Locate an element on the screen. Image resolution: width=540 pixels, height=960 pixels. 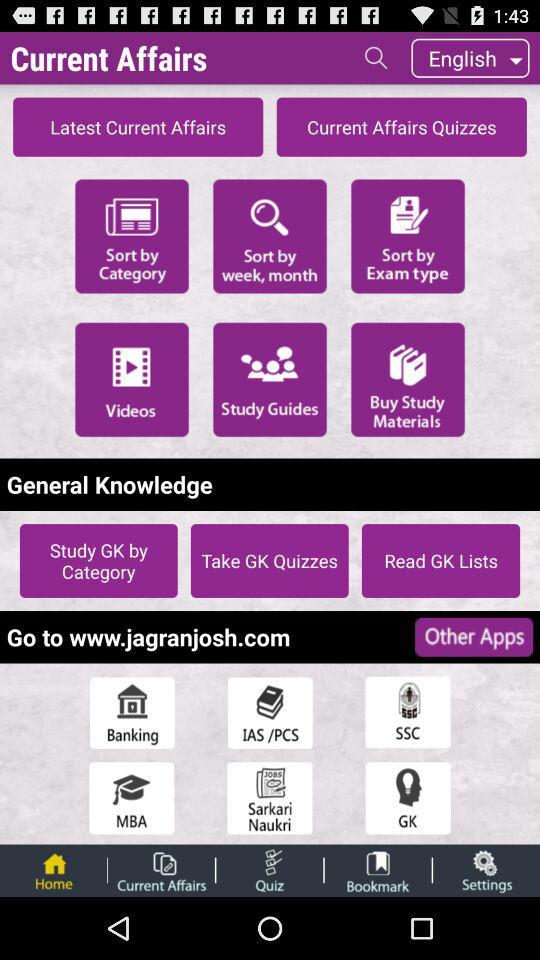
the icon to the left of take gk quizzes item is located at coordinates (97, 560).